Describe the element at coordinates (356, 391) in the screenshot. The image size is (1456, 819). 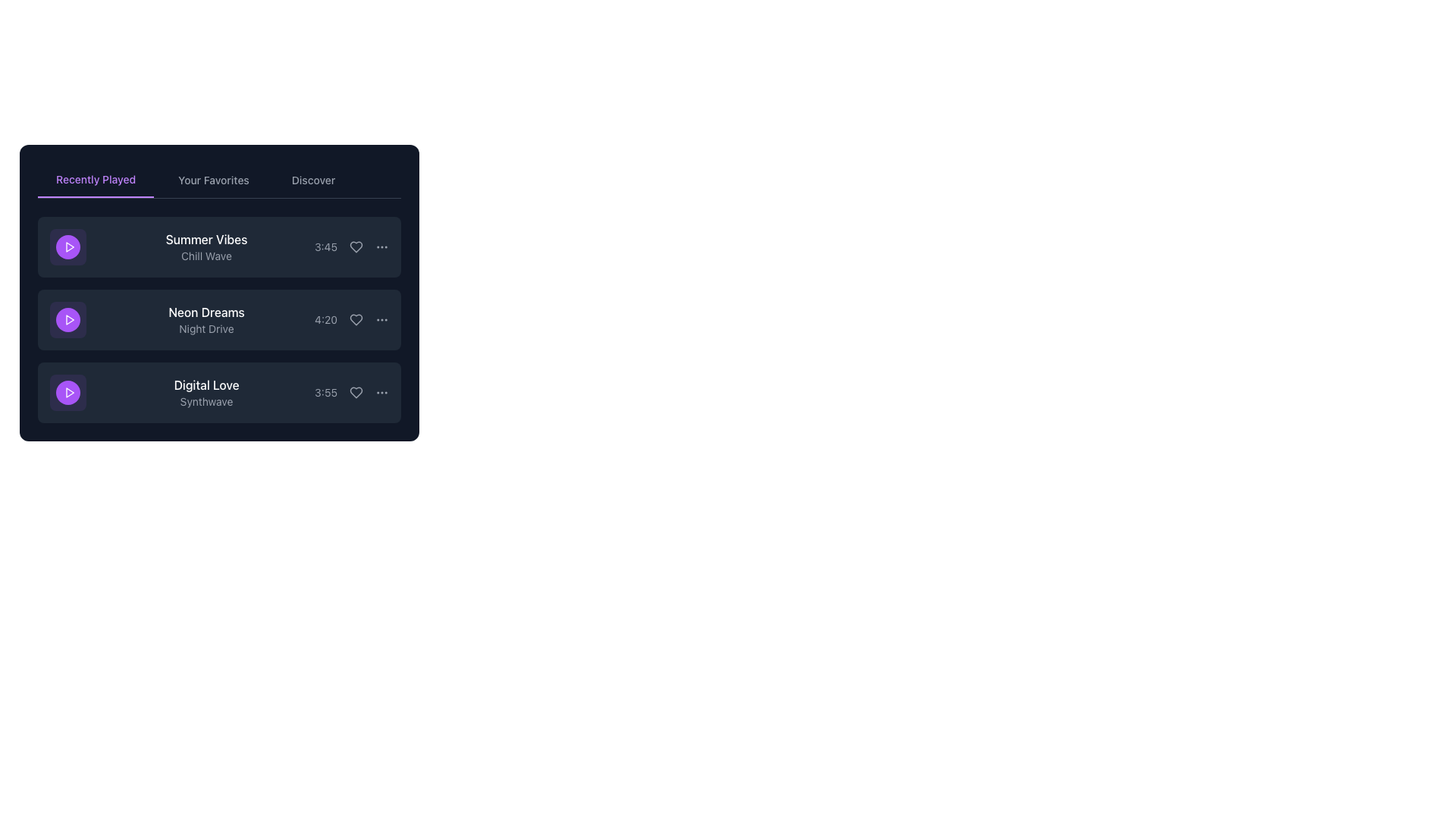
I see `the heart-shaped icon to favorite or unlike the 'Digital Love' song entry, located to the right of the duration text '3:55'` at that location.